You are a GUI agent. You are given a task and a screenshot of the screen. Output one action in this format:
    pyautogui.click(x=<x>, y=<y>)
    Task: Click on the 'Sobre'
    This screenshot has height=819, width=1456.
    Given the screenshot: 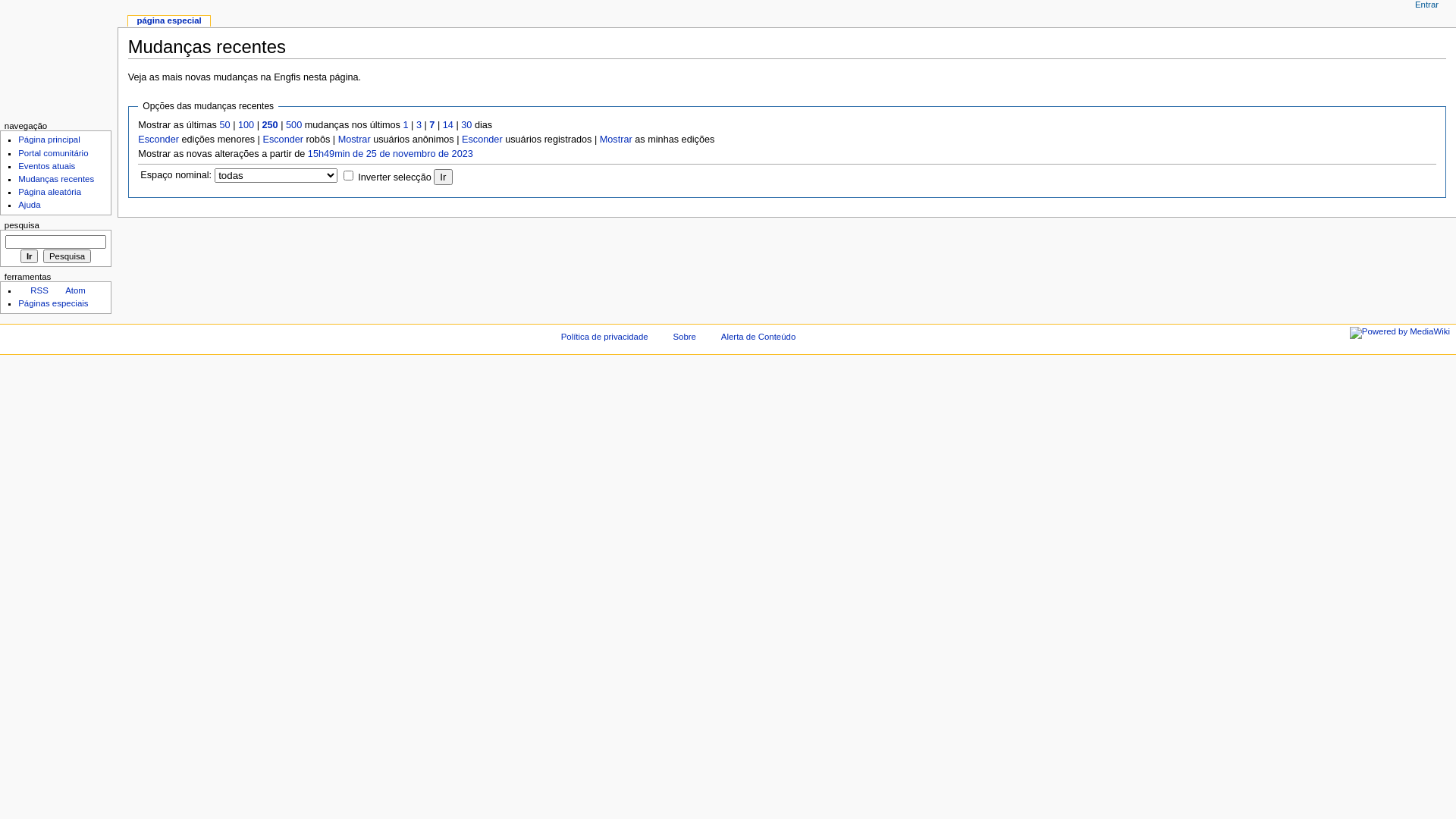 What is the action you would take?
    pyautogui.click(x=683, y=335)
    